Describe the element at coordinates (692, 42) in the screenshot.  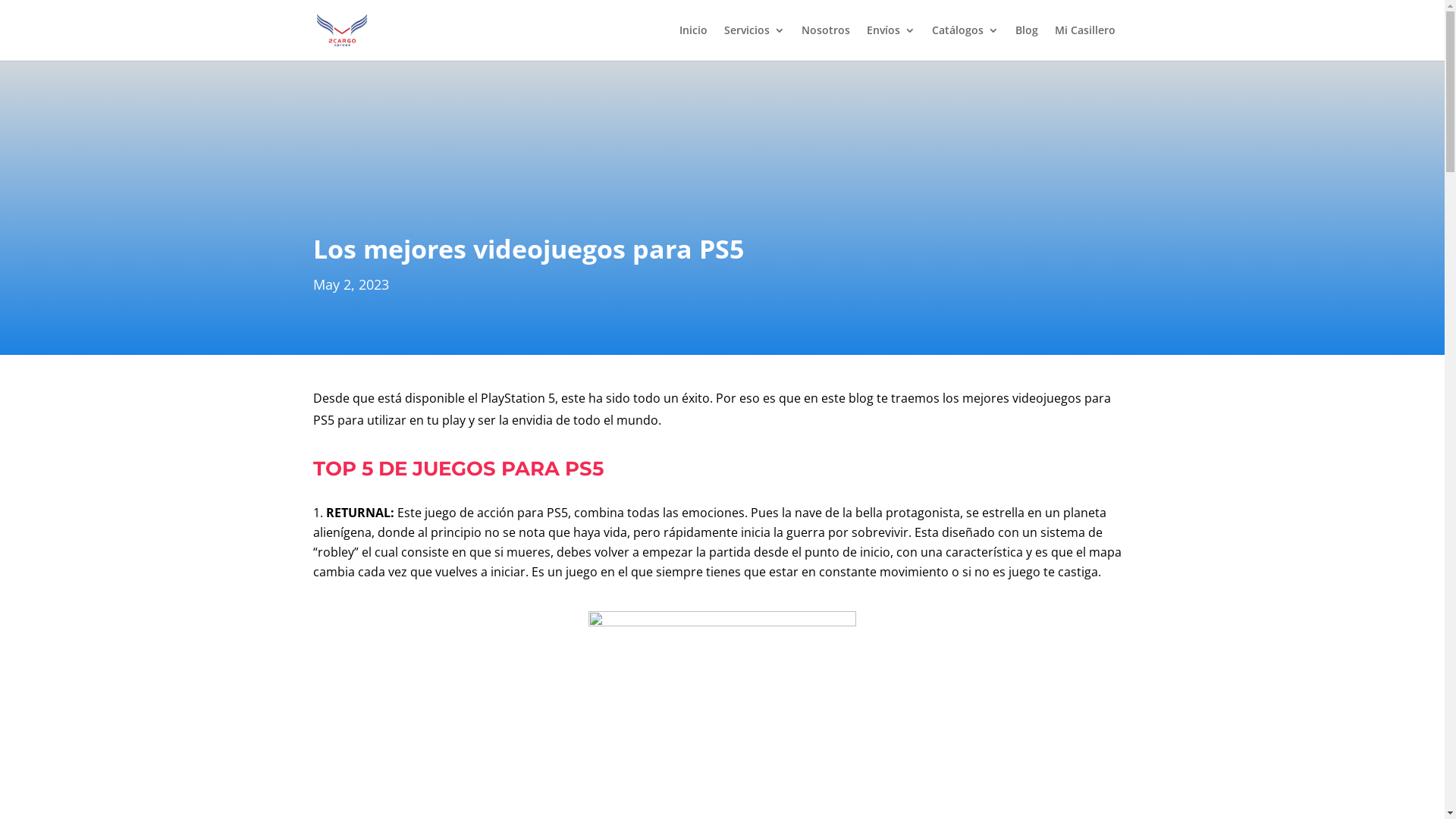
I see `'Inicio'` at that location.